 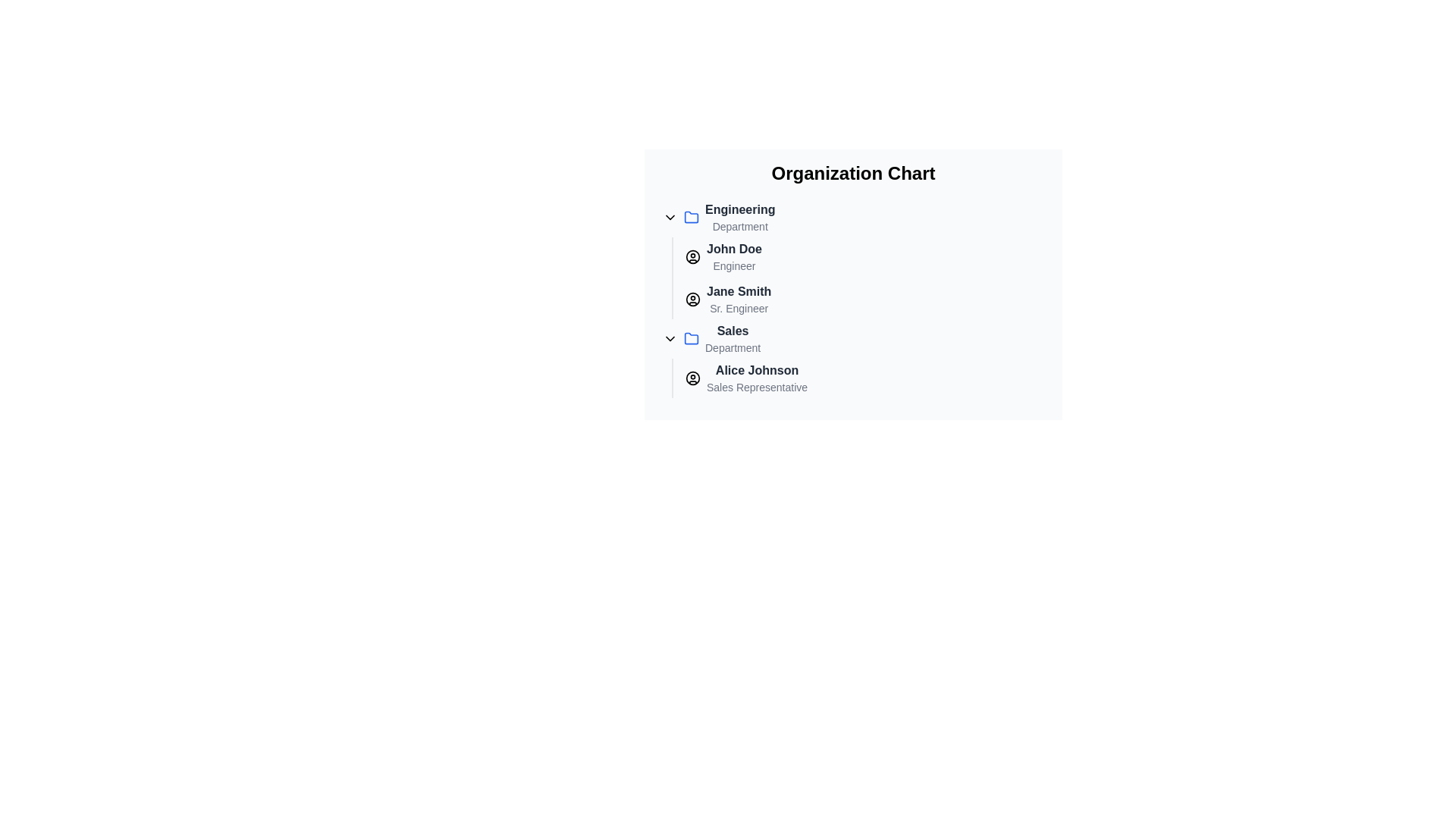 I want to click on the outer circular border of the user profile icon, which has a black stroke and a white background, located to the left of the 'Alice Johnson' text label in the 'Sales' section of the organization chart, so click(x=692, y=377).